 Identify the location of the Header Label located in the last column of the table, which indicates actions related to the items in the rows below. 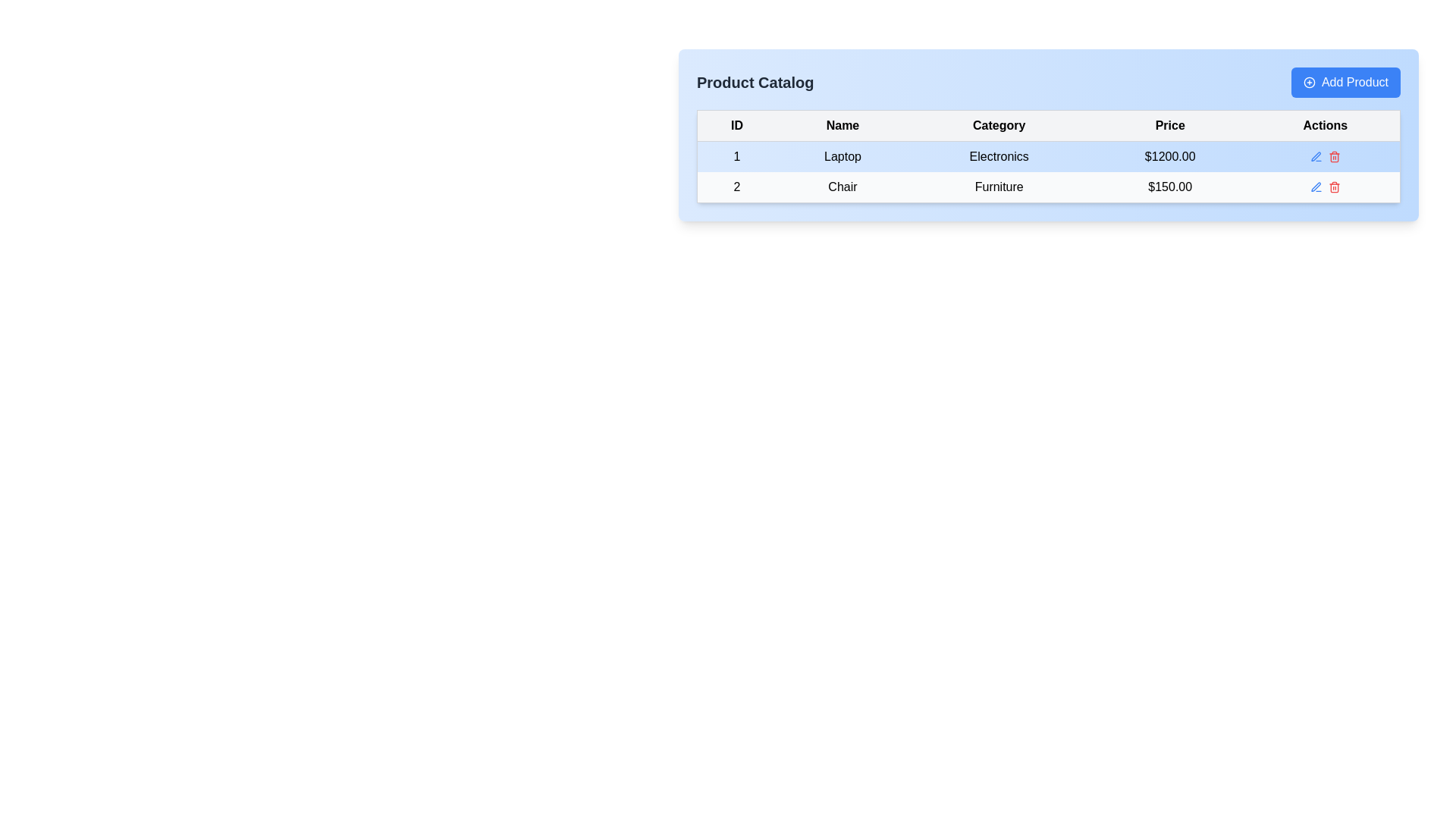
(1325, 124).